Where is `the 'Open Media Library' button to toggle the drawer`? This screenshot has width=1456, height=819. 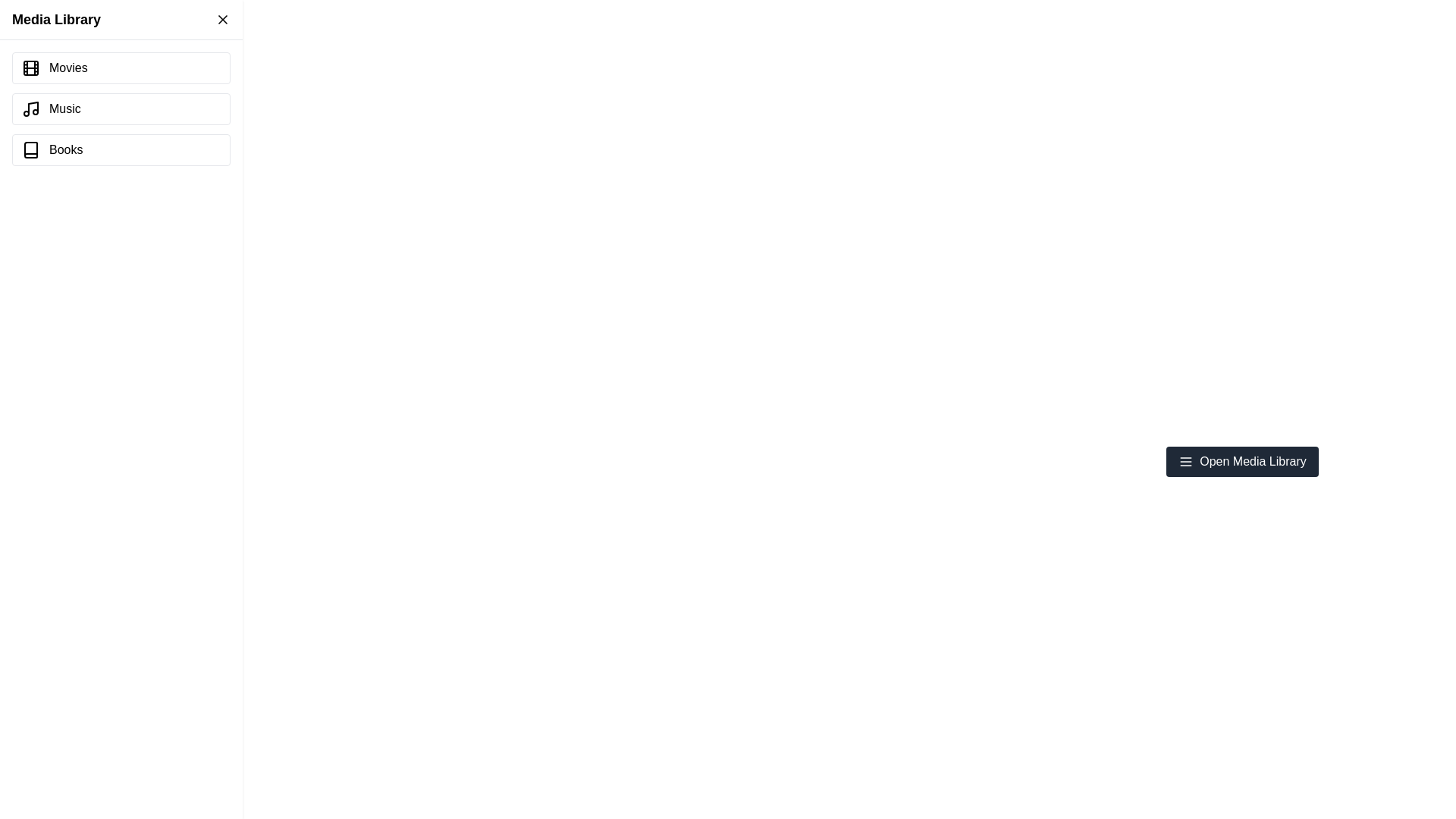
the 'Open Media Library' button to toggle the drawer is located at coordinates (1241, 461).